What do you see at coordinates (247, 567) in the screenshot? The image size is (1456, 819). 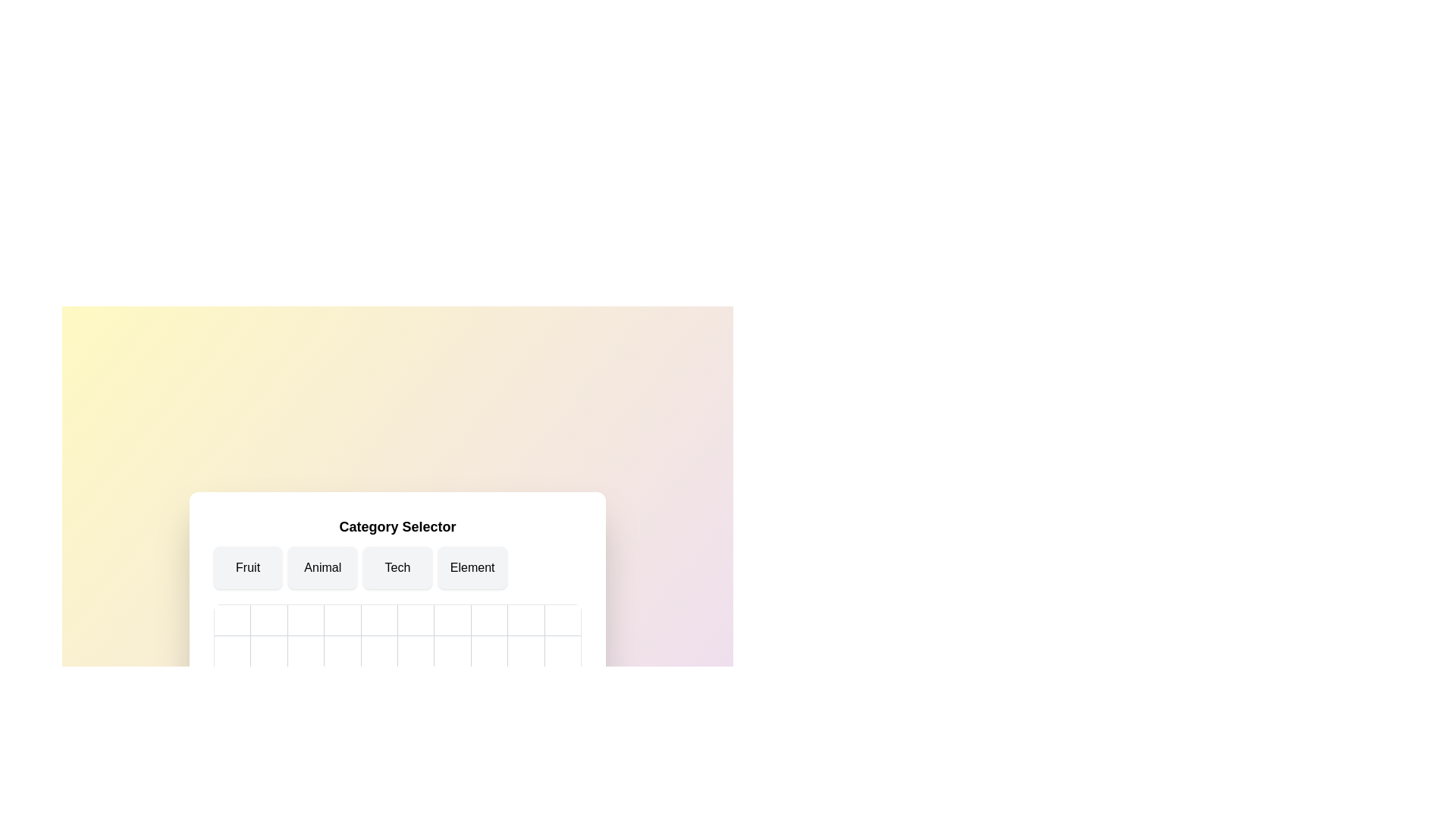 I see `the category Fruit to highlight it` at bounding box center [247, 567].